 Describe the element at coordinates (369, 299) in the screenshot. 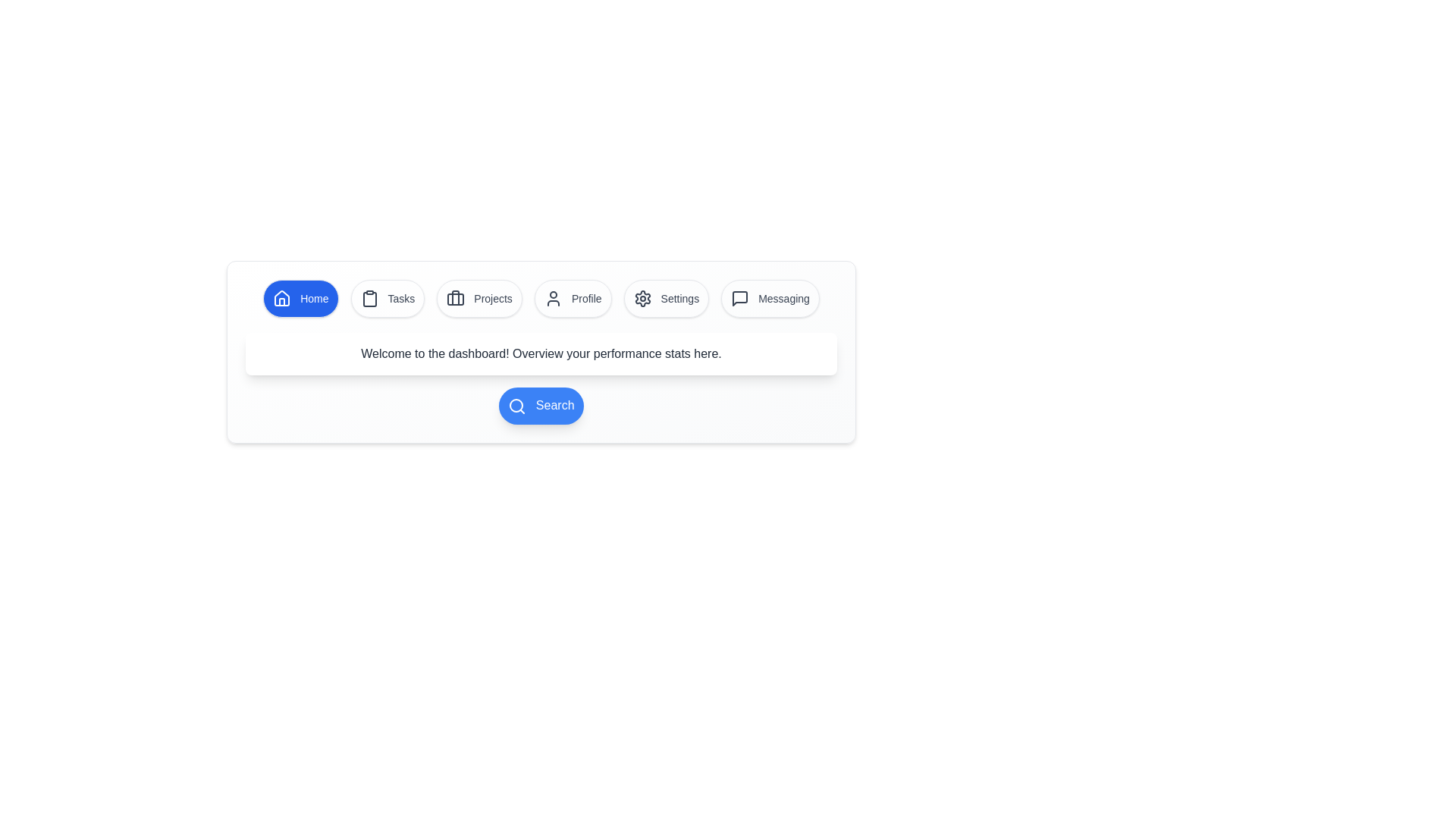

I see `the clipboard icon, which is a rectangular outlined icon with a handle at the top, positioned towards the center of the interface` at that location.